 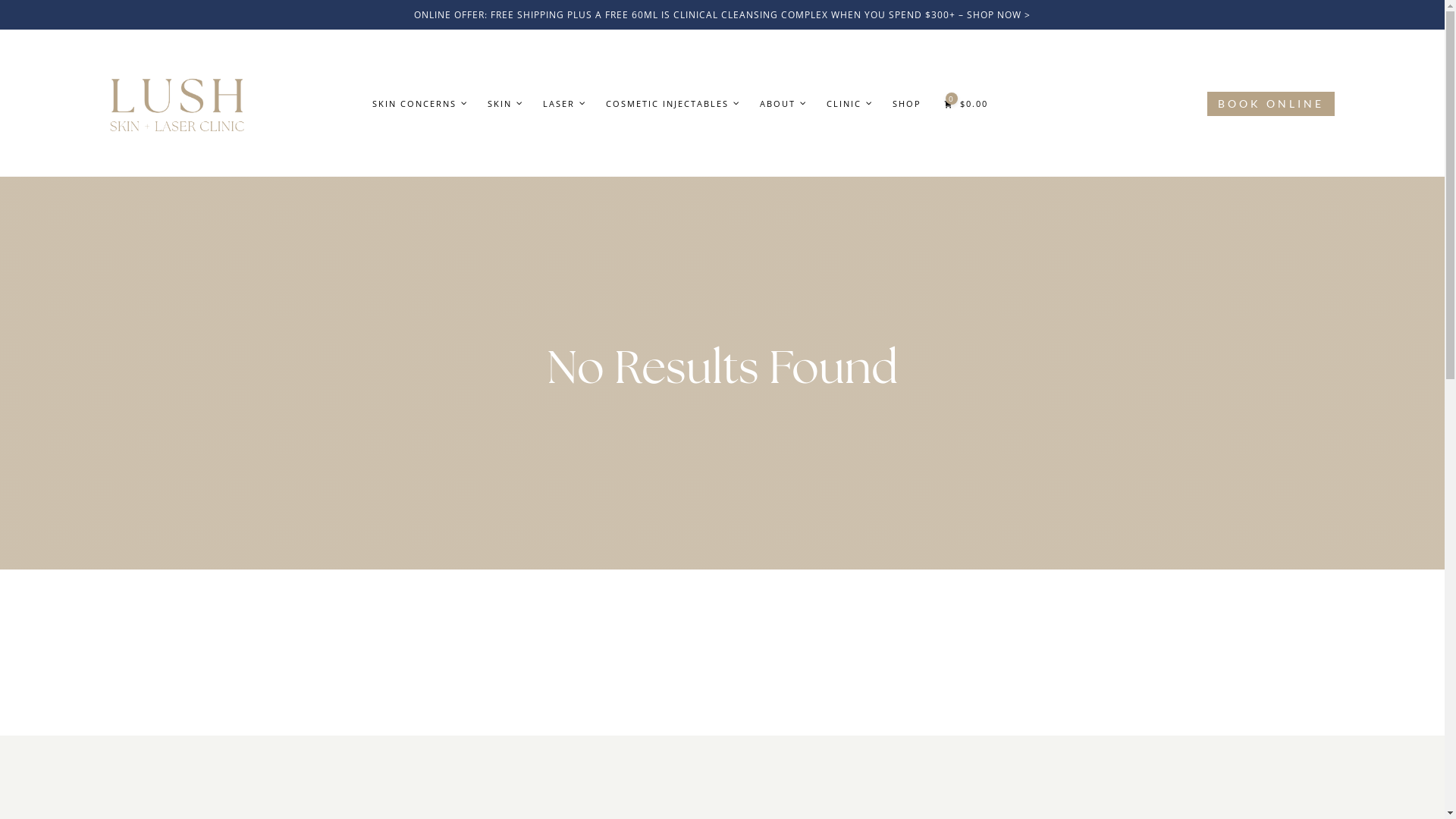 What do you see at coordinates (1207, 103) in the screenshot?
I see `'BOOK ONLINE'` at bounding box center [1207, 103].